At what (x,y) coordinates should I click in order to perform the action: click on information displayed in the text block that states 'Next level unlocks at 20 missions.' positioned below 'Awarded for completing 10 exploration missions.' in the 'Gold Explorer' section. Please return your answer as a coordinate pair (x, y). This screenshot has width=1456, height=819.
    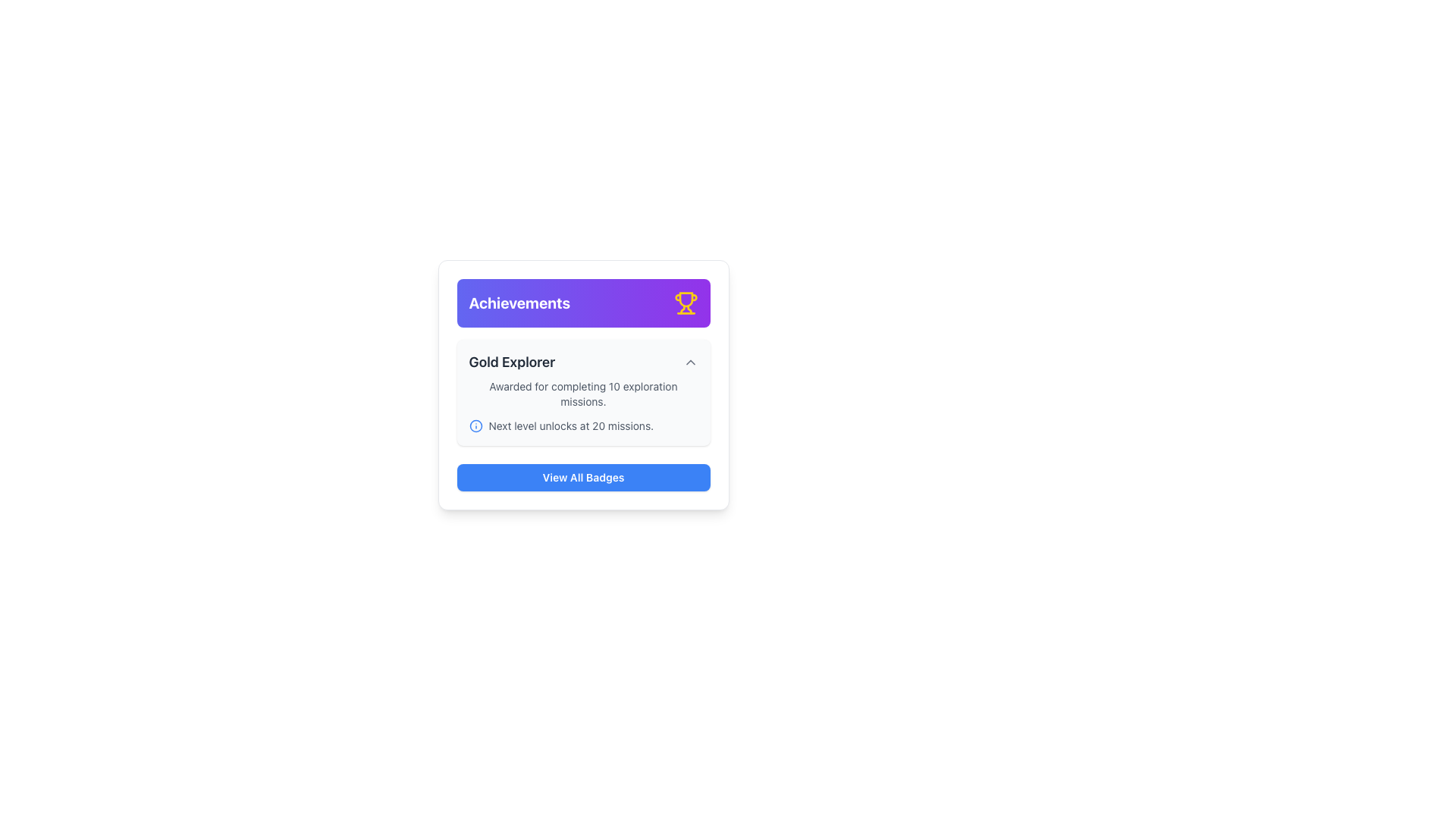
    Looking at the image, I should click on (582, 426).